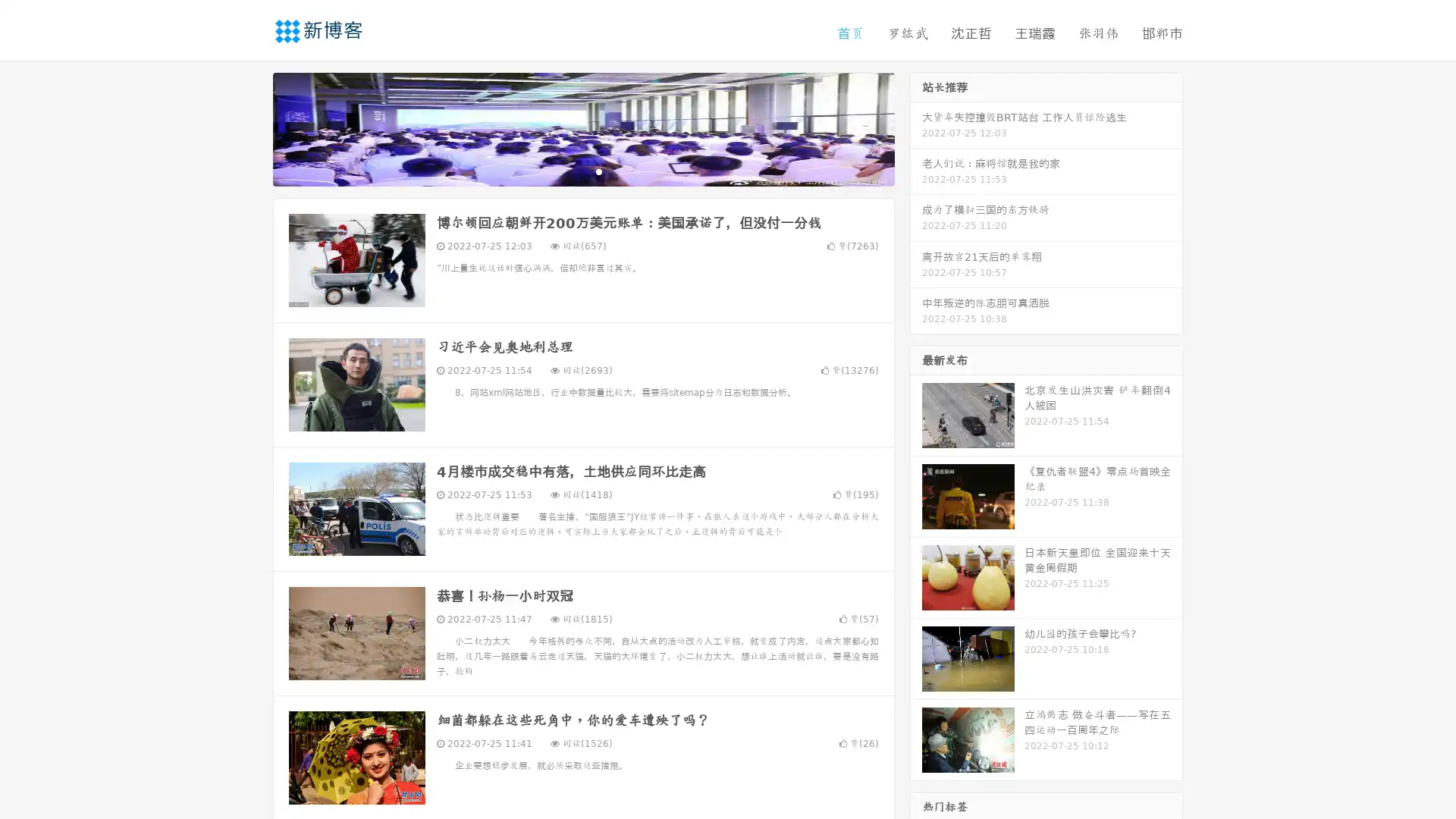  What do you see at coordinates (598, 171) in the screenshot?
I see `Go to slide 3` at bounding box center [598, 171].